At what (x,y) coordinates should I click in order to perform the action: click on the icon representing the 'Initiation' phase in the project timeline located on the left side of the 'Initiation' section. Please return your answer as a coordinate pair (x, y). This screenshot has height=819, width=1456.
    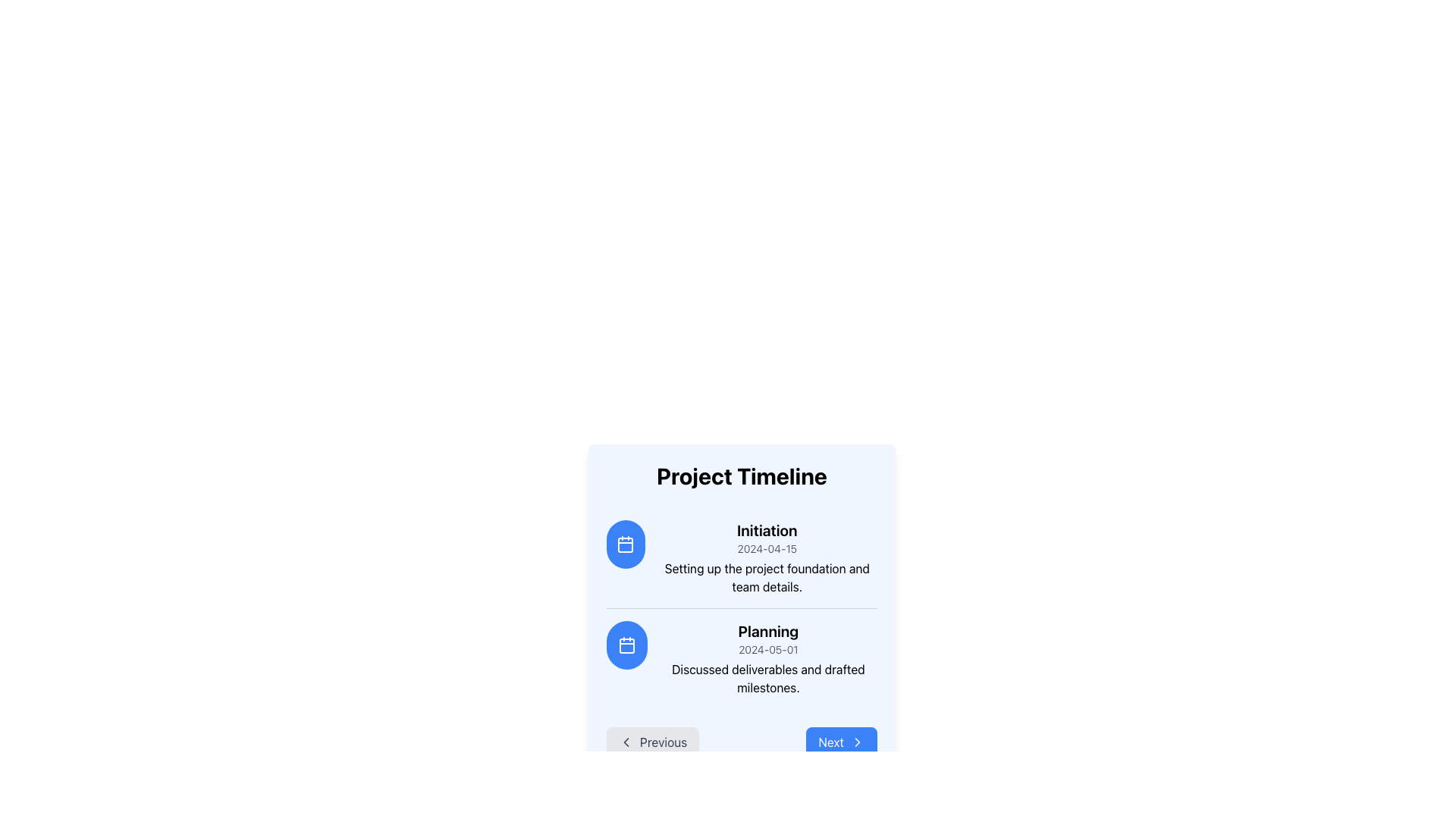
    Looking at the image, I should click on (626, 543).